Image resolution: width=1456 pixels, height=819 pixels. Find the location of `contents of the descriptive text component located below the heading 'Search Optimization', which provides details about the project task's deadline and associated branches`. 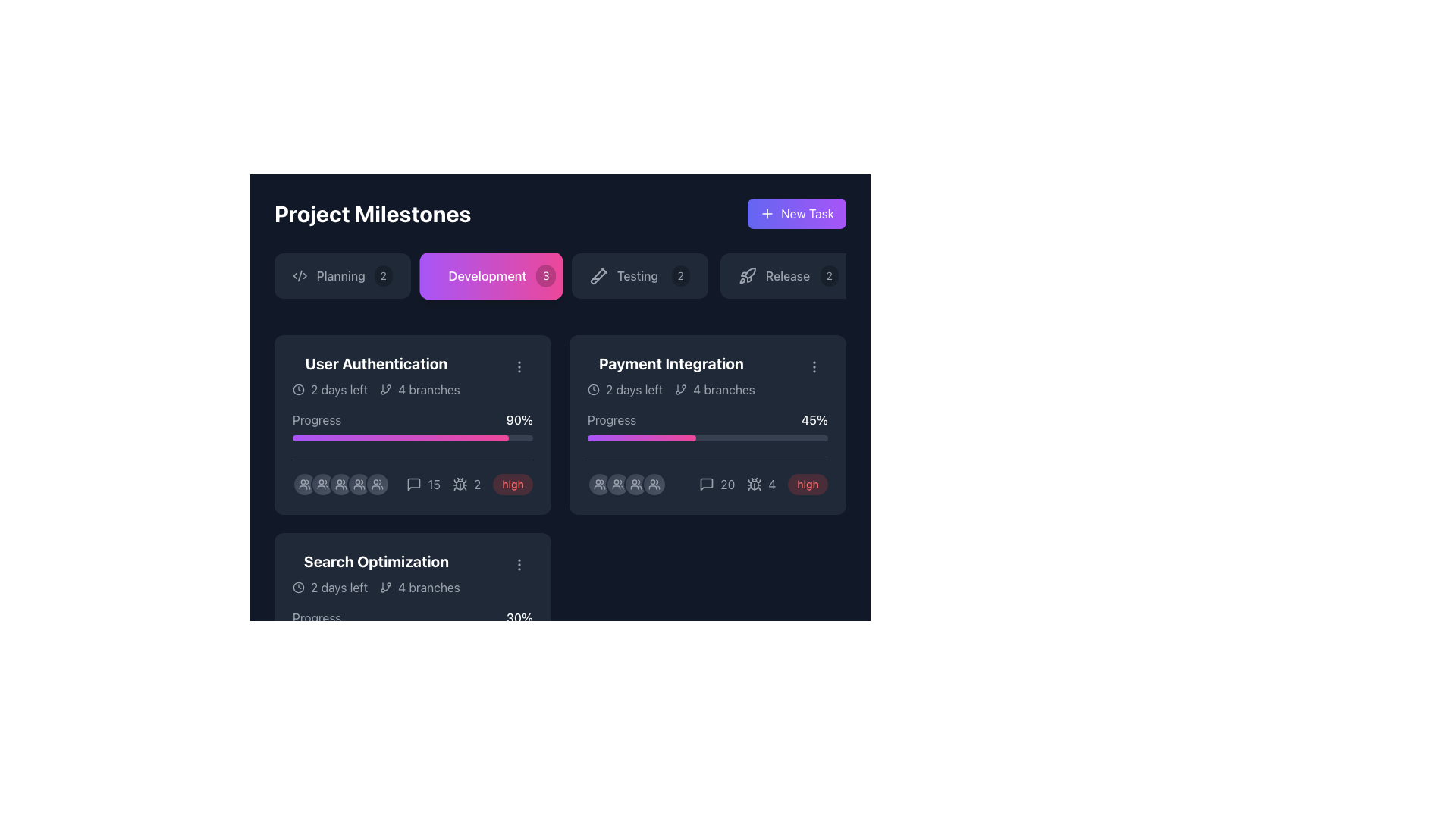

contents of the descriptive text component located below the heading 'Search Optimization', which provides details about the project task's deadline and associated branches is located at coordinates (376, 587).